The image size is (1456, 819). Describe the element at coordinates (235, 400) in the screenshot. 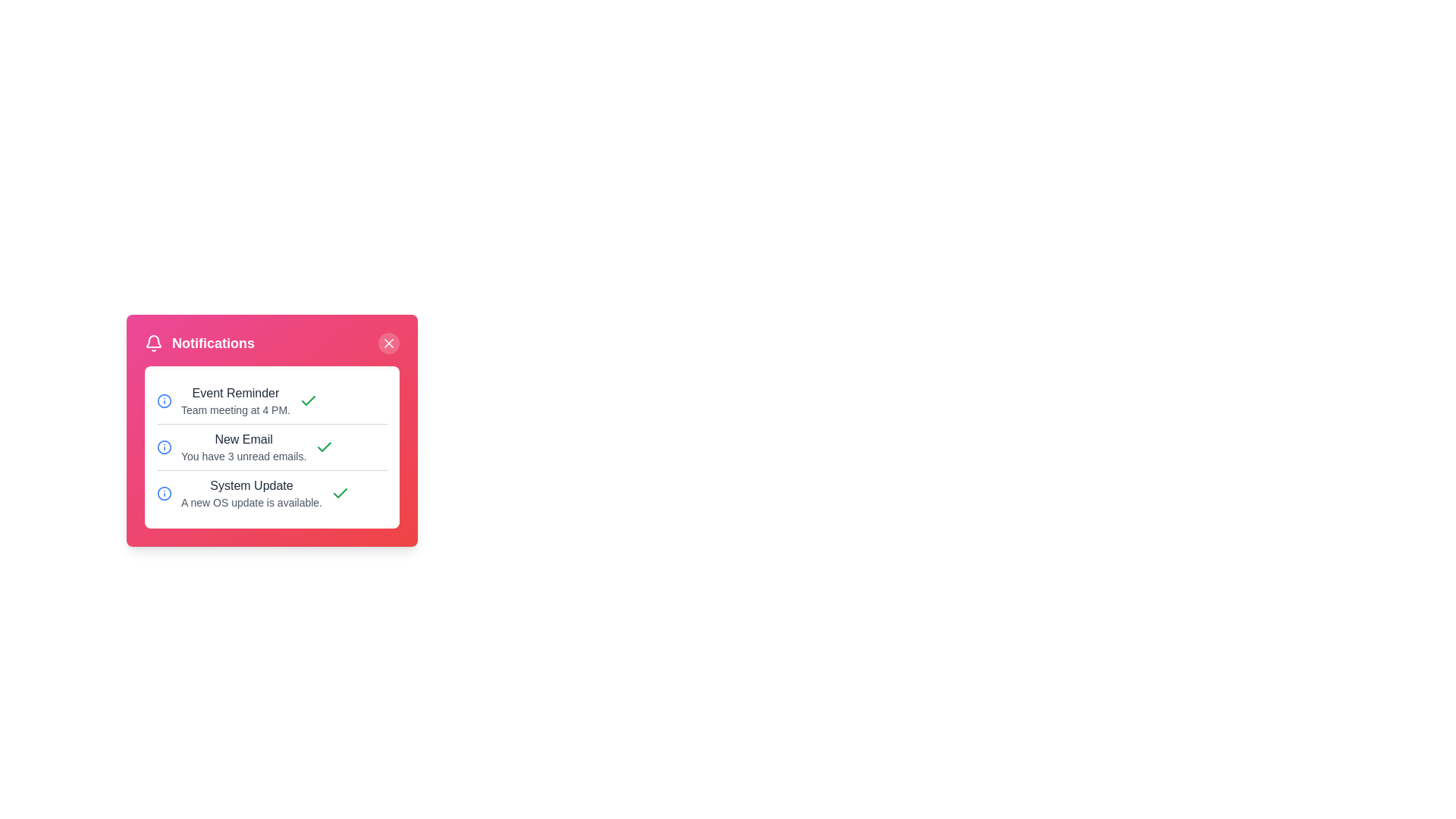

I see `text label displaying 'Event Reminder' and 'Team meeting at 4 PM.' to obtain the reminder information` at that location.